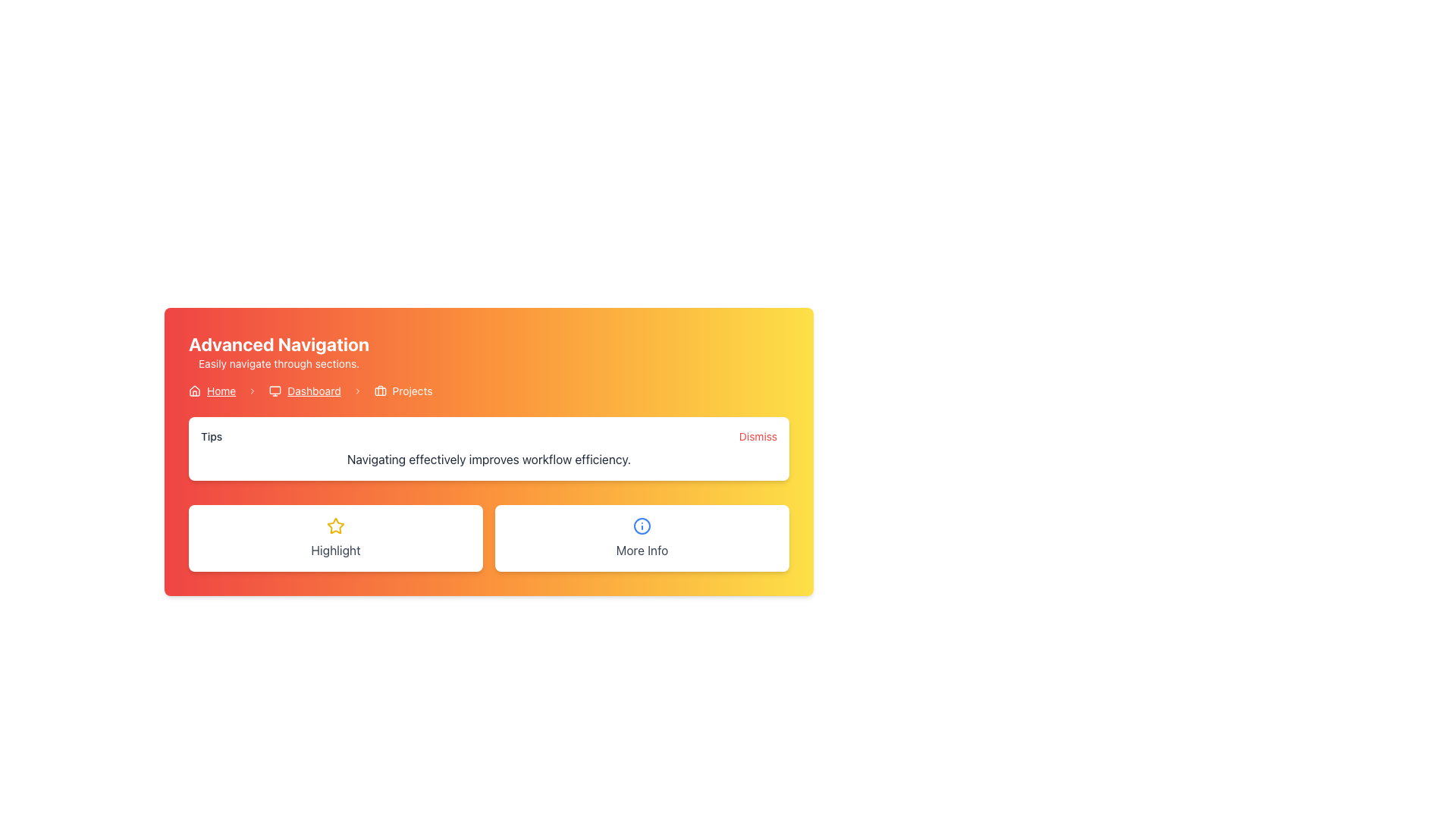 This screenshot has width=1456, height=819. What do you see at coordinates (334, 525) in the screenshot?
I see `the star icon embedded in the 'Highlight' button located in the lower left corner of the interface` at bounding box center [334, 525].